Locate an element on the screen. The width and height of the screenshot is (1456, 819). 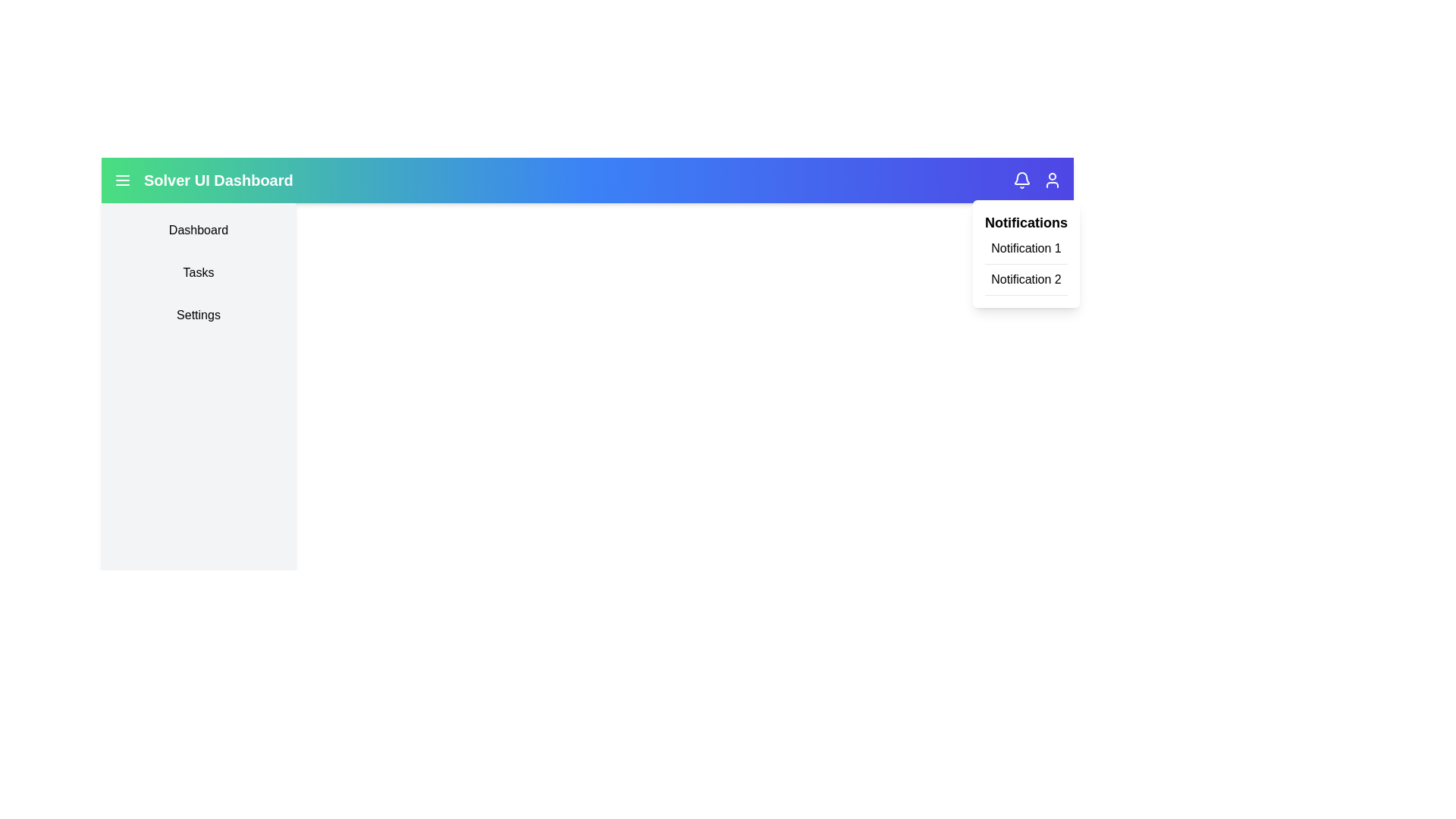
the horizontally rectangular button labeled 'Tasks' with a light gray background is located at coordinates (198, 271).